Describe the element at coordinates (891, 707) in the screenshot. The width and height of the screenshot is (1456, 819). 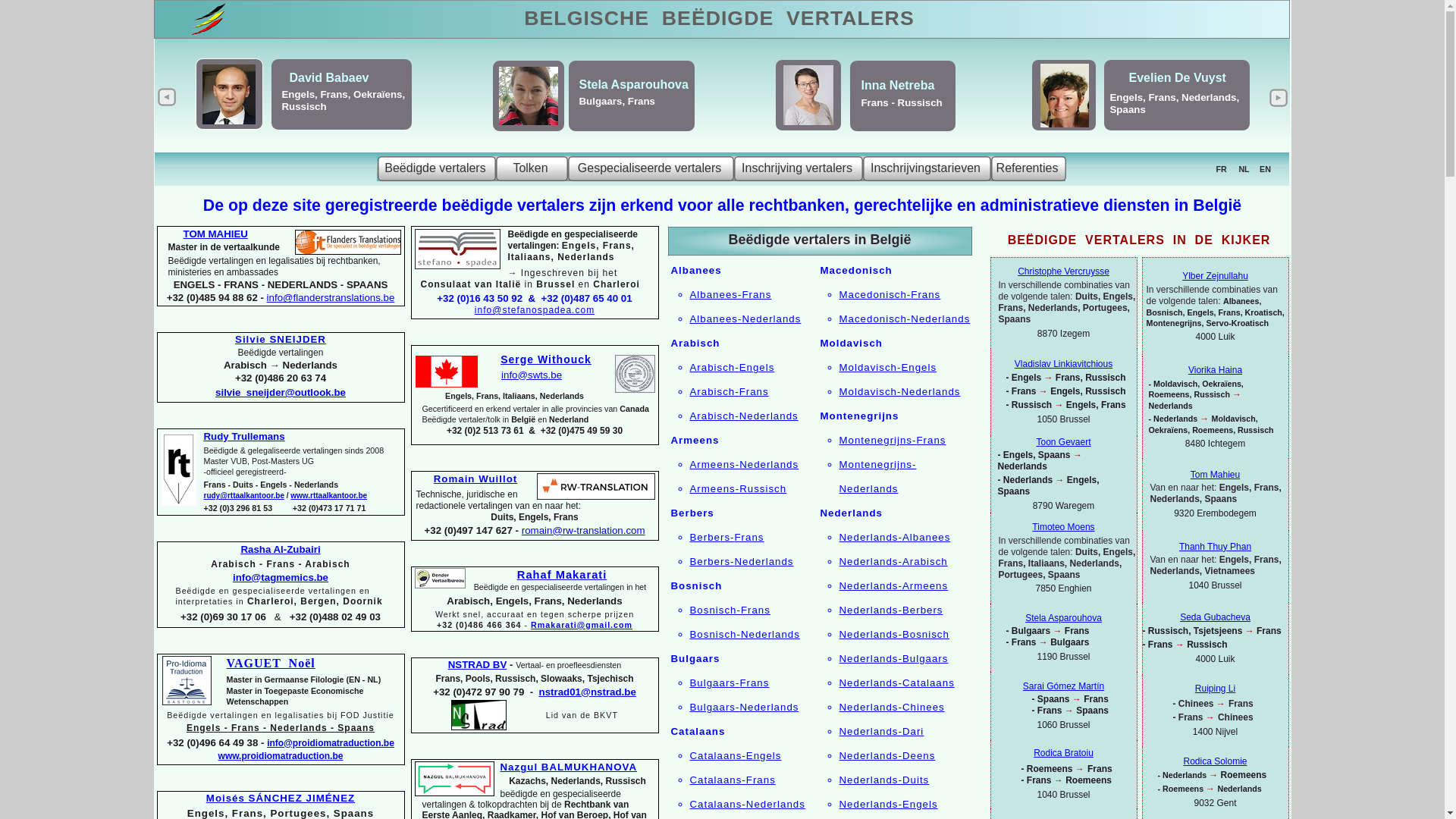
I see `'Nederlands-Chinees'` at that location.